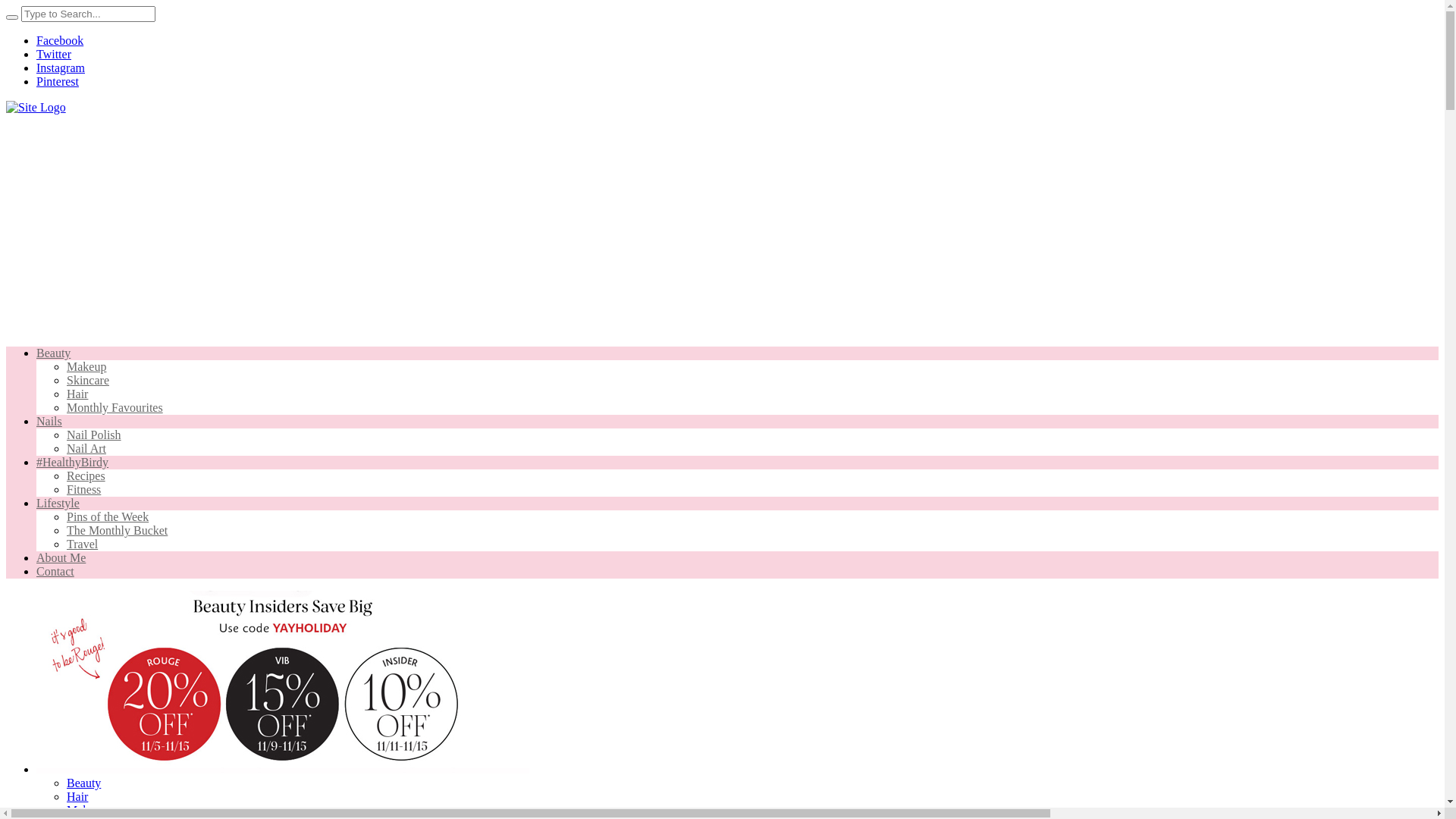  Describe the element at coordinates (55, 571) in the screenshot. I see `'Contact'` at that location.